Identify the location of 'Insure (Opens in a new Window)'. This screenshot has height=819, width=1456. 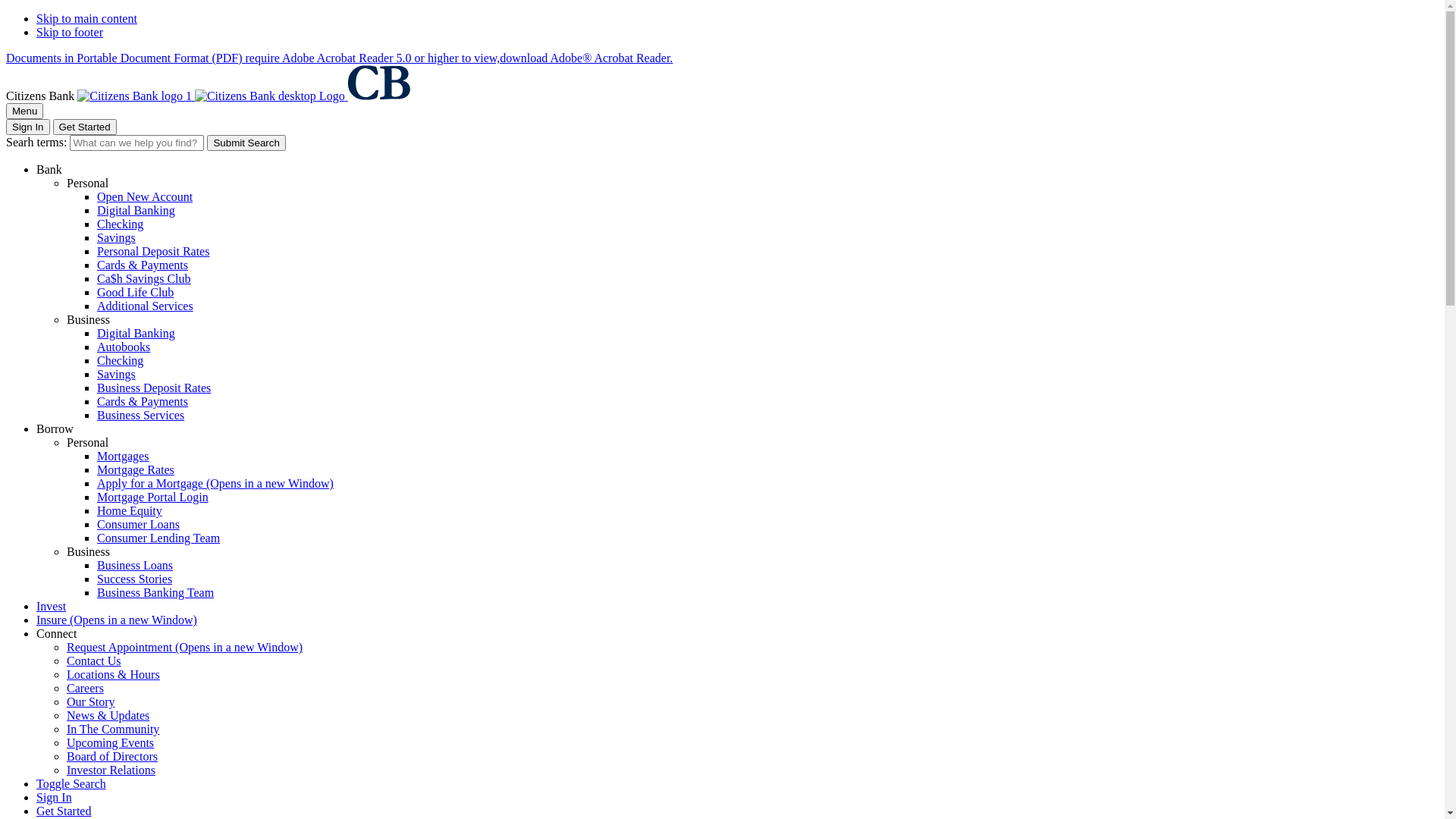
(36, 620).